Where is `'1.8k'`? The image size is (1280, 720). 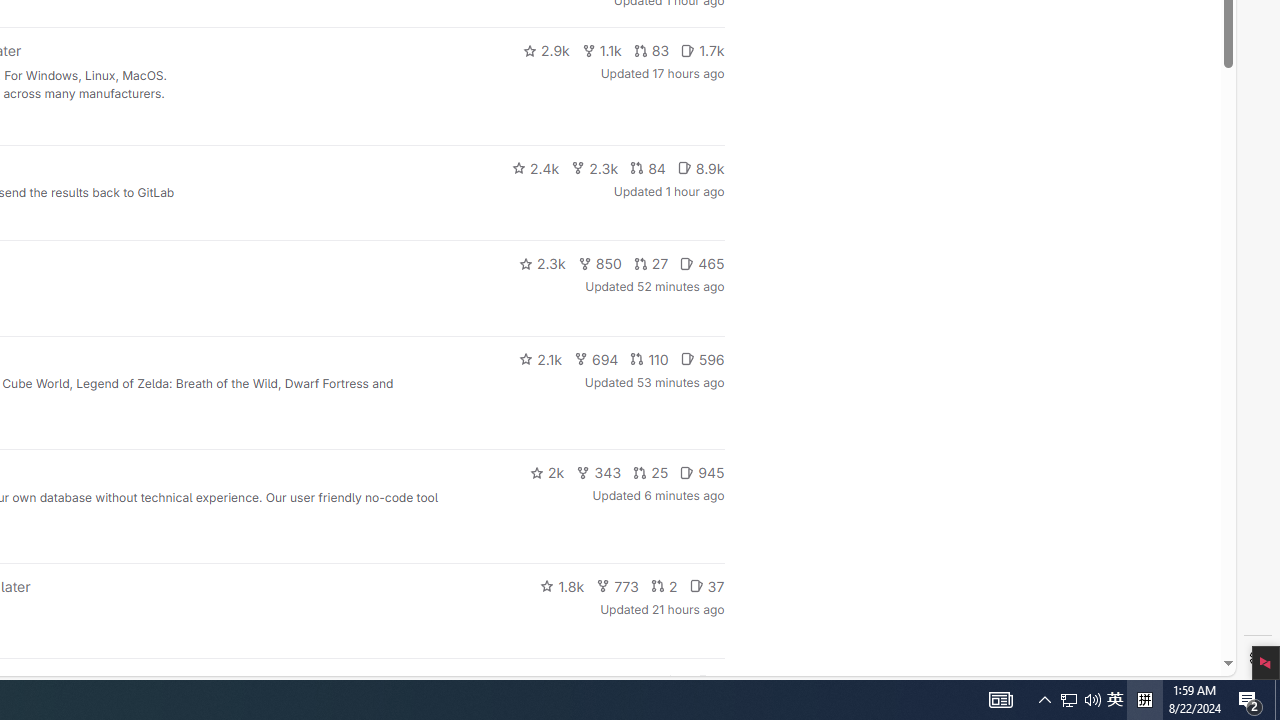 '1.8k' is located at coordinates (561, 585).